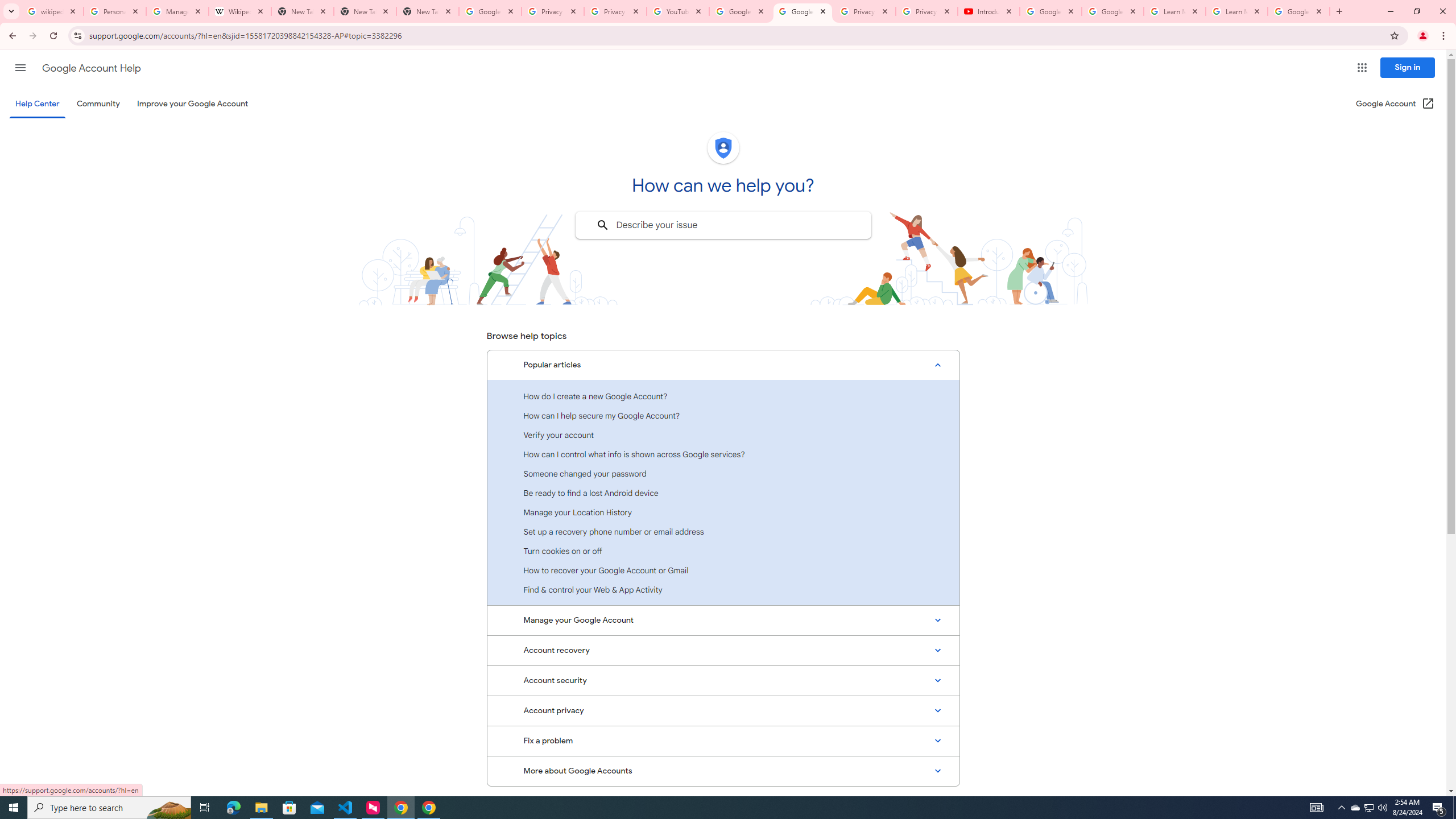 The width and height of the screenshot is (1456, 819). What do you see at coordinates (19, 67) in the screenshot?
I see `'Main menu'` at bounding box center [19, 67].